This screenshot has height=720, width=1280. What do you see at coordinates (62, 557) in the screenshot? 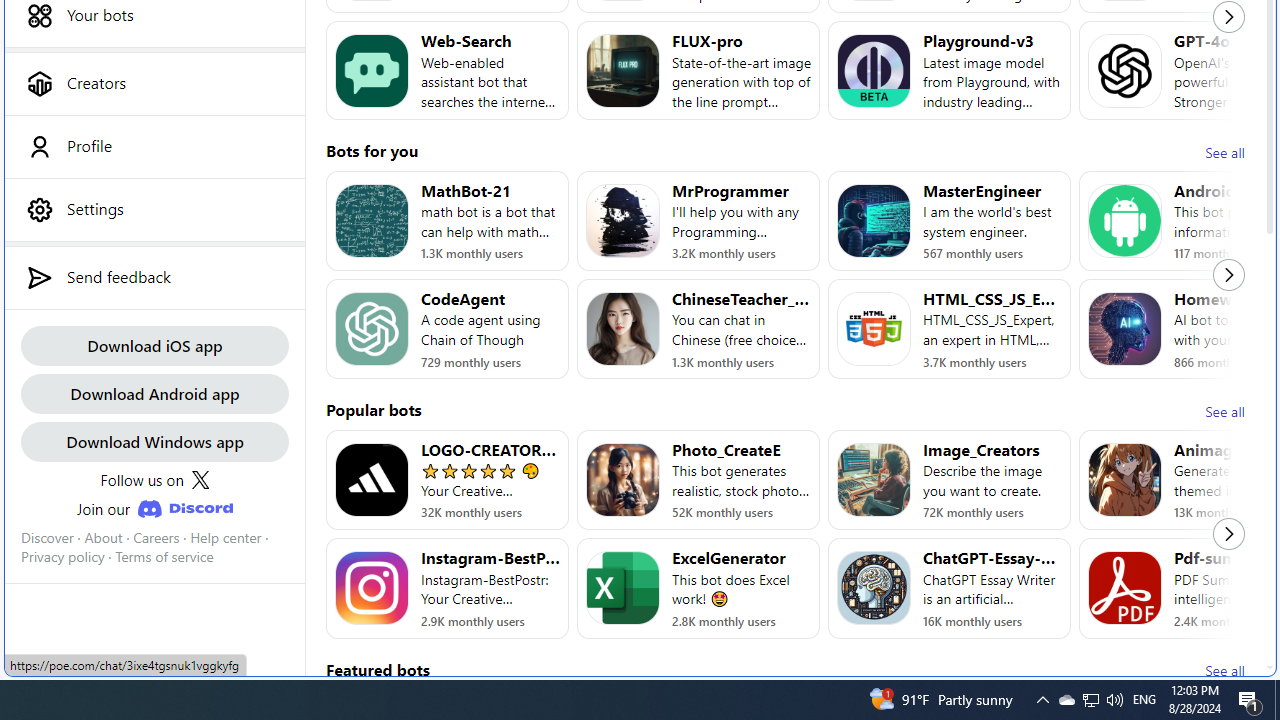
I see `'Privacy policy'` at bounding box center [62, 557].